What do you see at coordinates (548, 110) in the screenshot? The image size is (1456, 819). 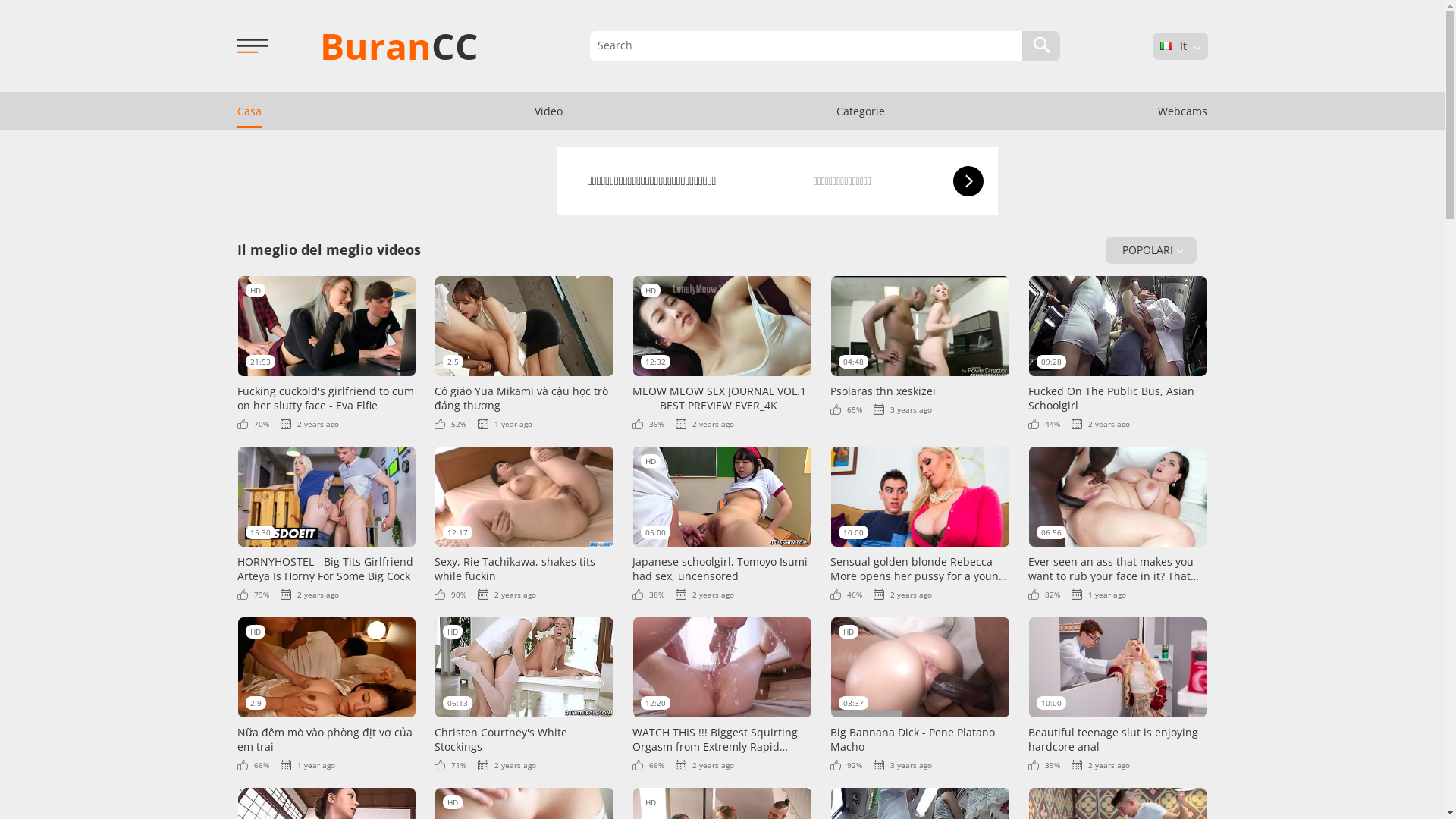 I see `'Video'` at bounding box center [548, 110].